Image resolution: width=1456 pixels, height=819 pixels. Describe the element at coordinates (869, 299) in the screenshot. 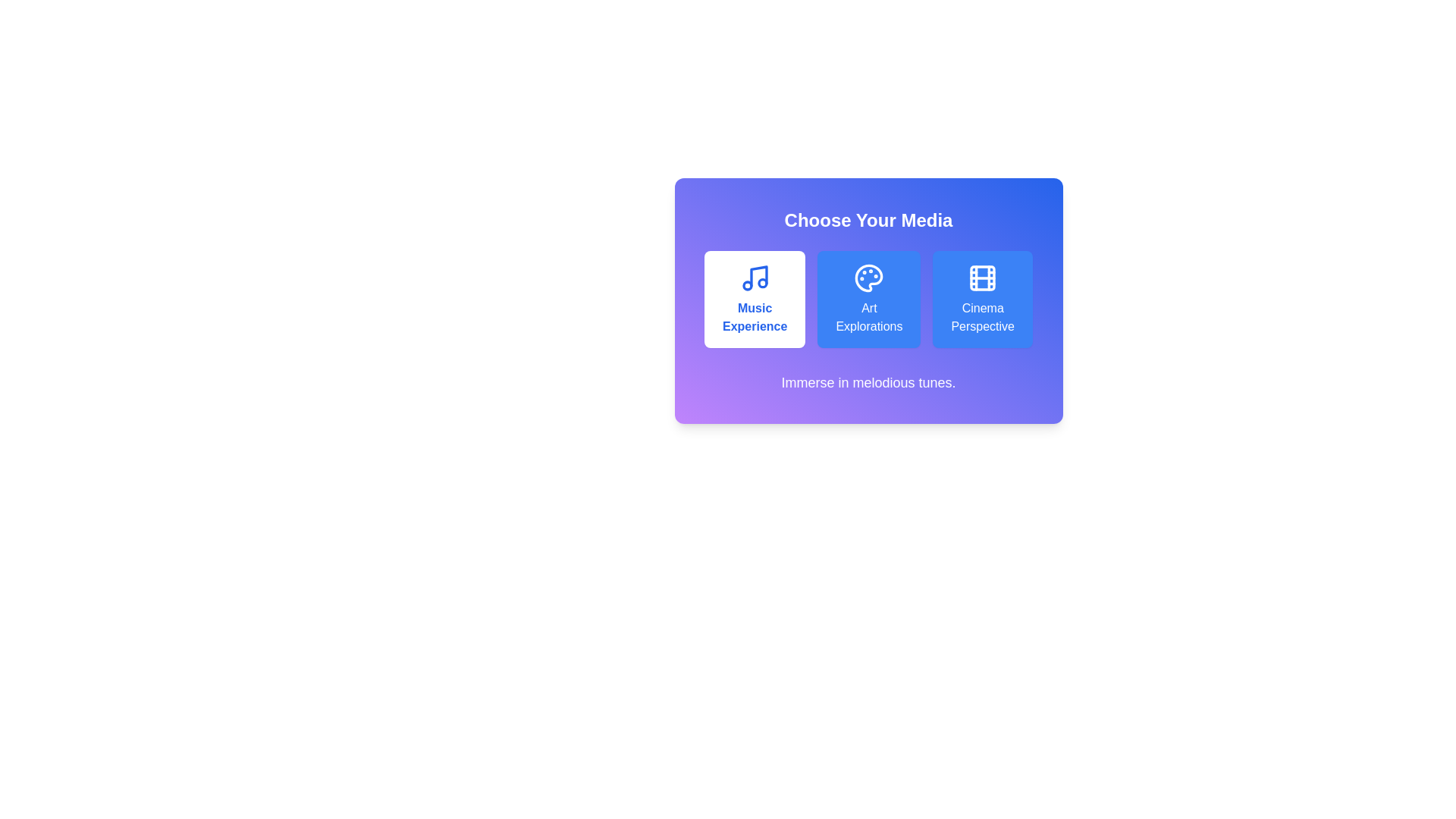

I see `the media option Art Explorations by clicking its corresponding button` at that location.